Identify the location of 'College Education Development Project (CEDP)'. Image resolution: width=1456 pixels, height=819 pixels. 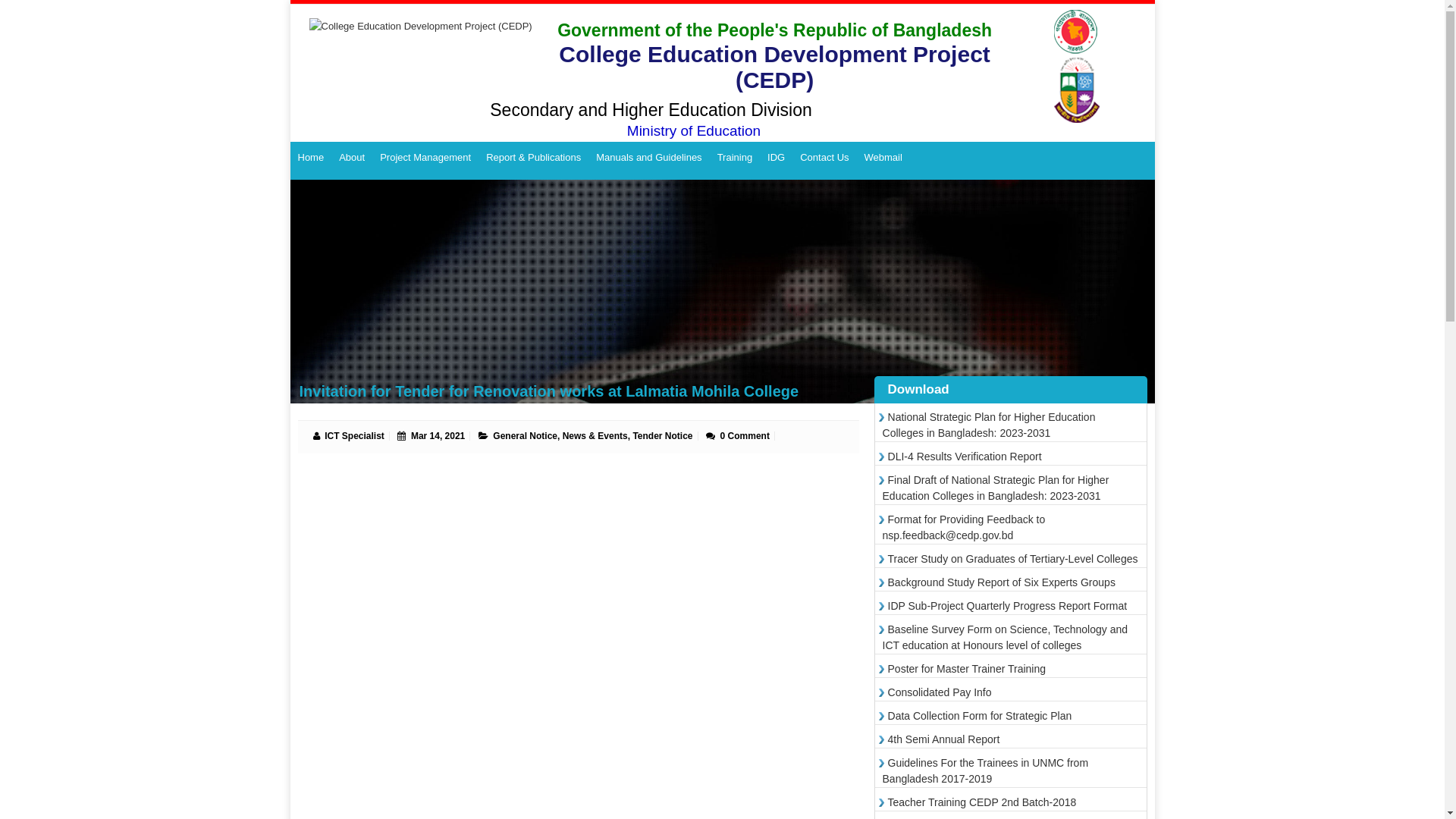
(414, 56).